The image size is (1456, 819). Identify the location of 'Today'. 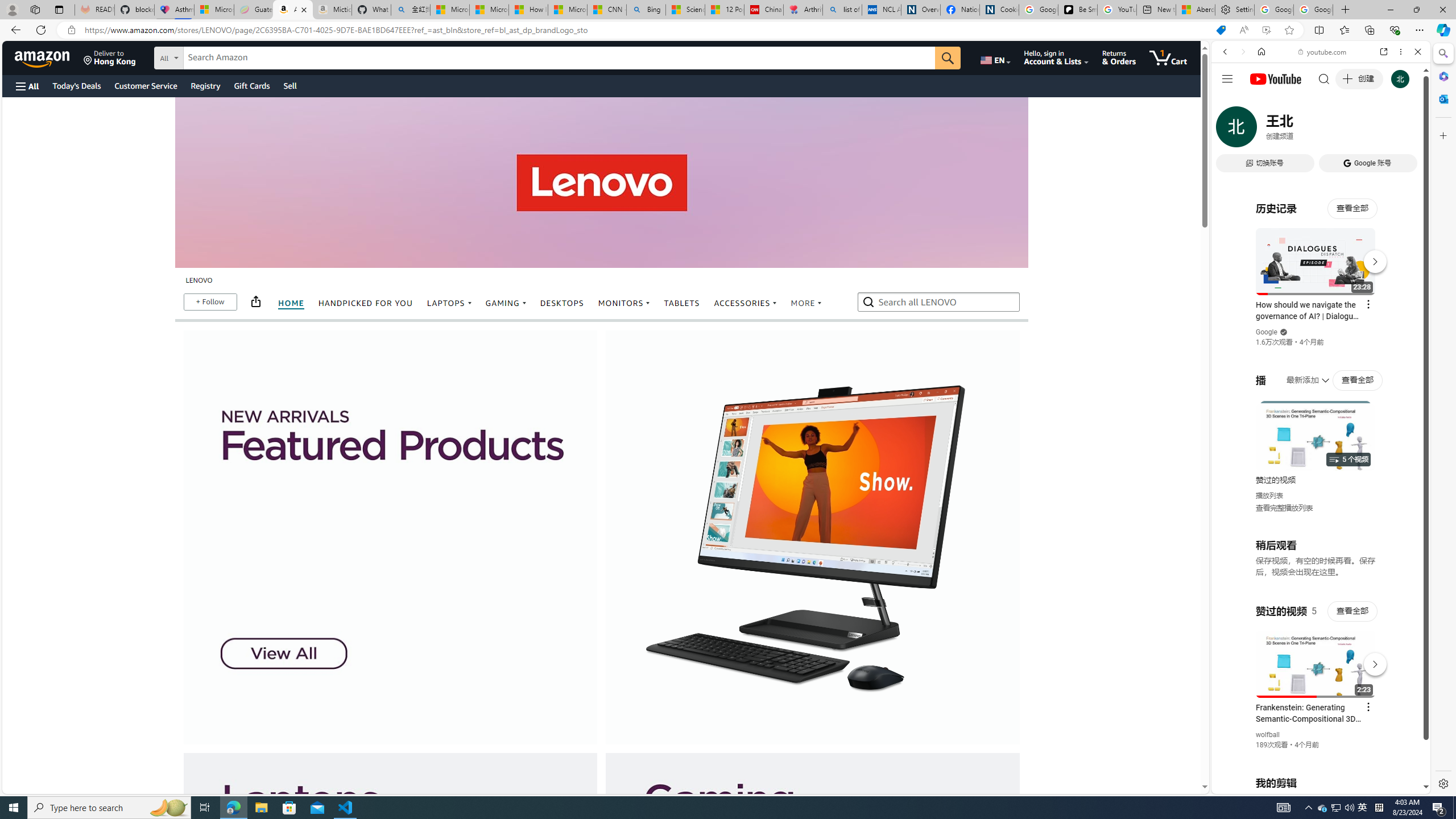
(76, 85).